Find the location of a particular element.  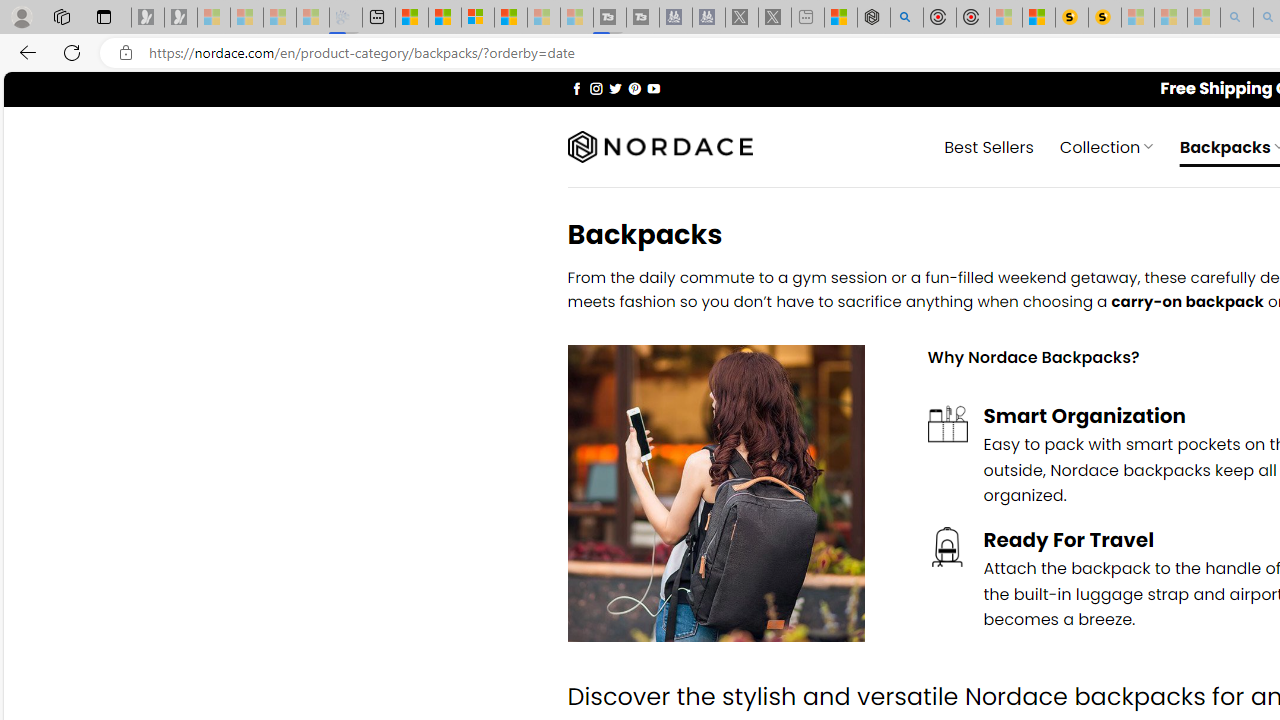

'amazon - Search - Sleeping' is located at coordinates (1236, 17).